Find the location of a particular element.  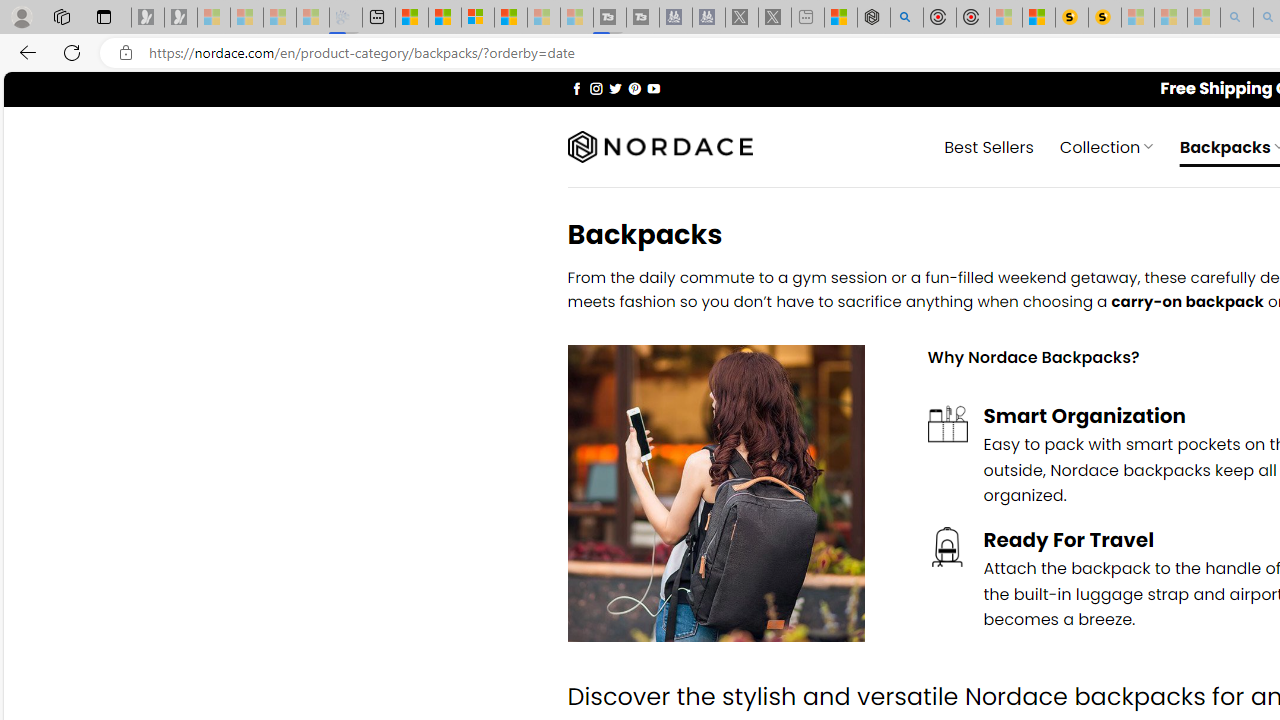

'amazon - Search - Sleeping' is located at coordinates (1236, 17).